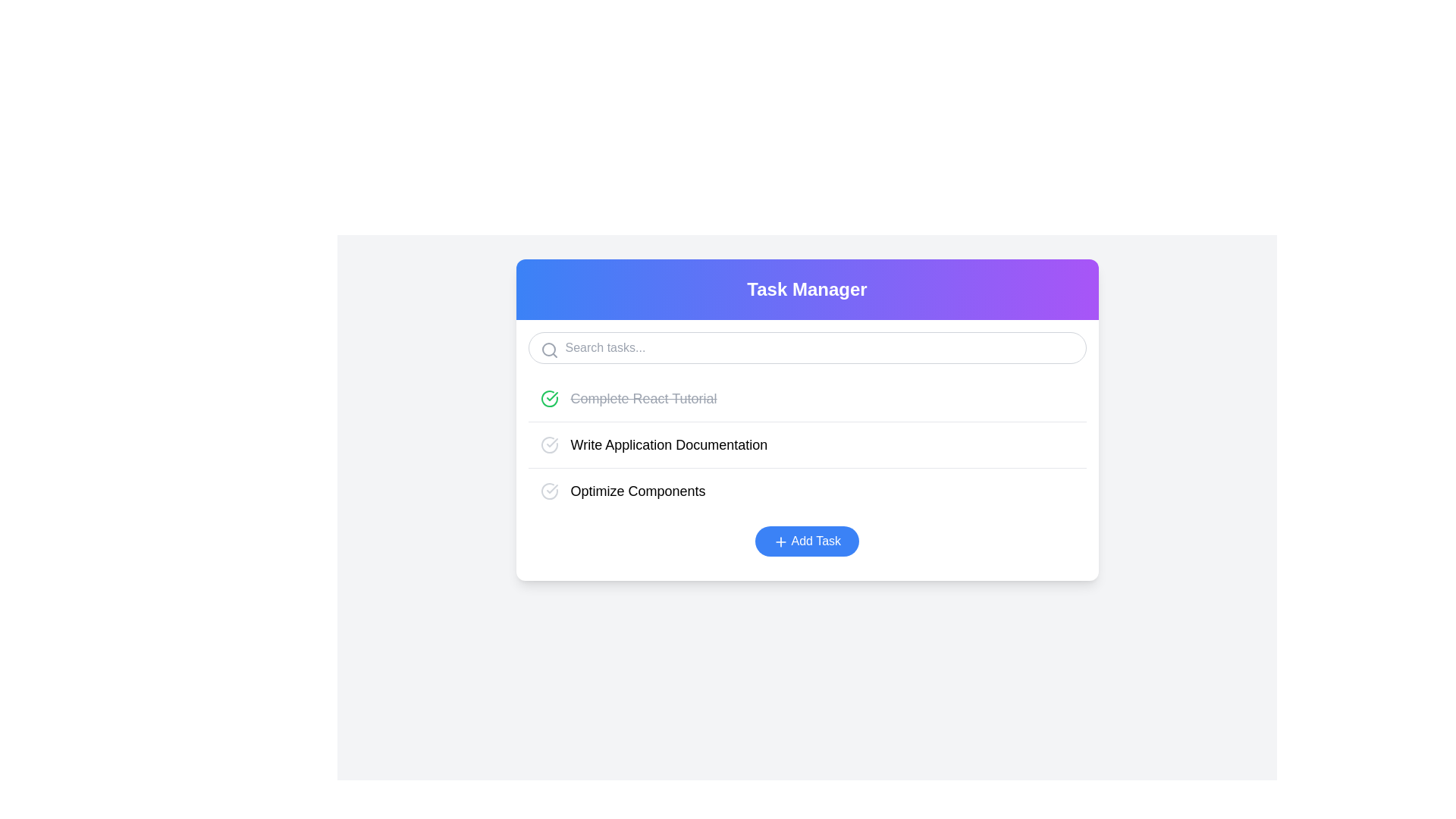 This screenshot has width=1456, height=819. I want to click on the blue plus sign icon, so click(780, 541).